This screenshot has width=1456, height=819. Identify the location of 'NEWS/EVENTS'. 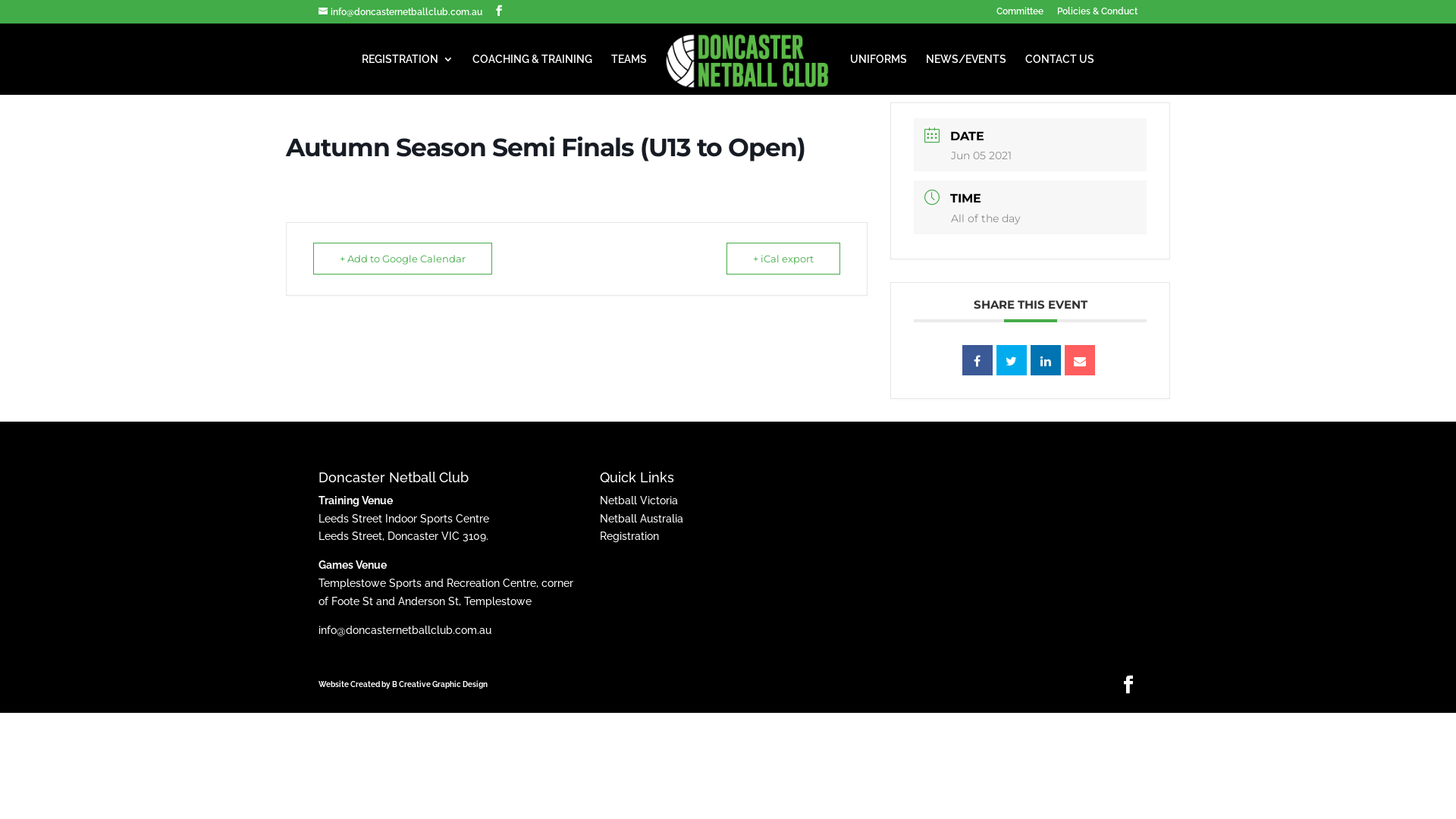
(965, 74).